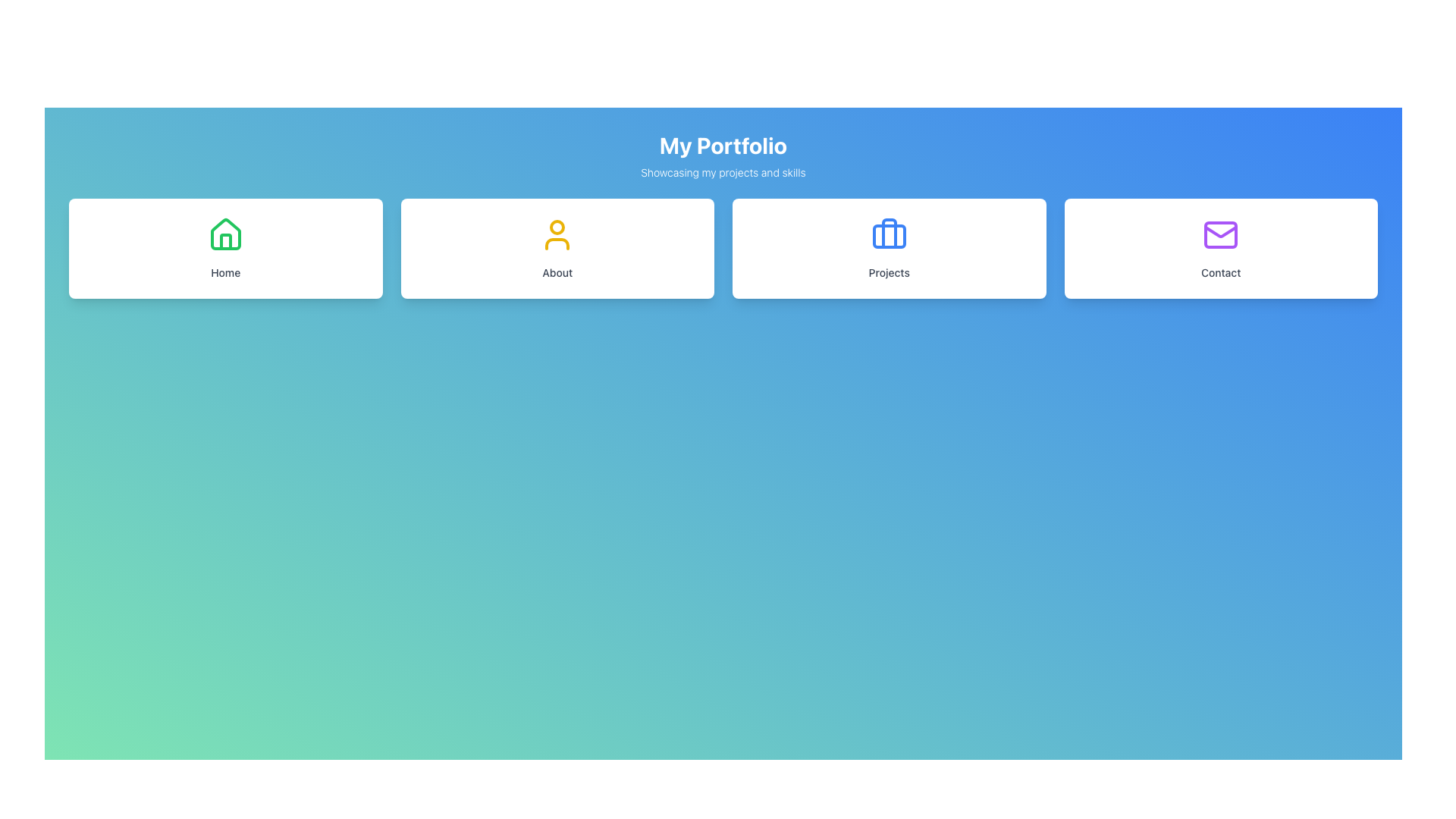 The width and height of the screenshot is (1456, 819). I want to click on the 'Home' text label located at the bottom of the first card in the 'My Portfolio' section, which indicates navigation to the Home section of the application, so click(224, 271).